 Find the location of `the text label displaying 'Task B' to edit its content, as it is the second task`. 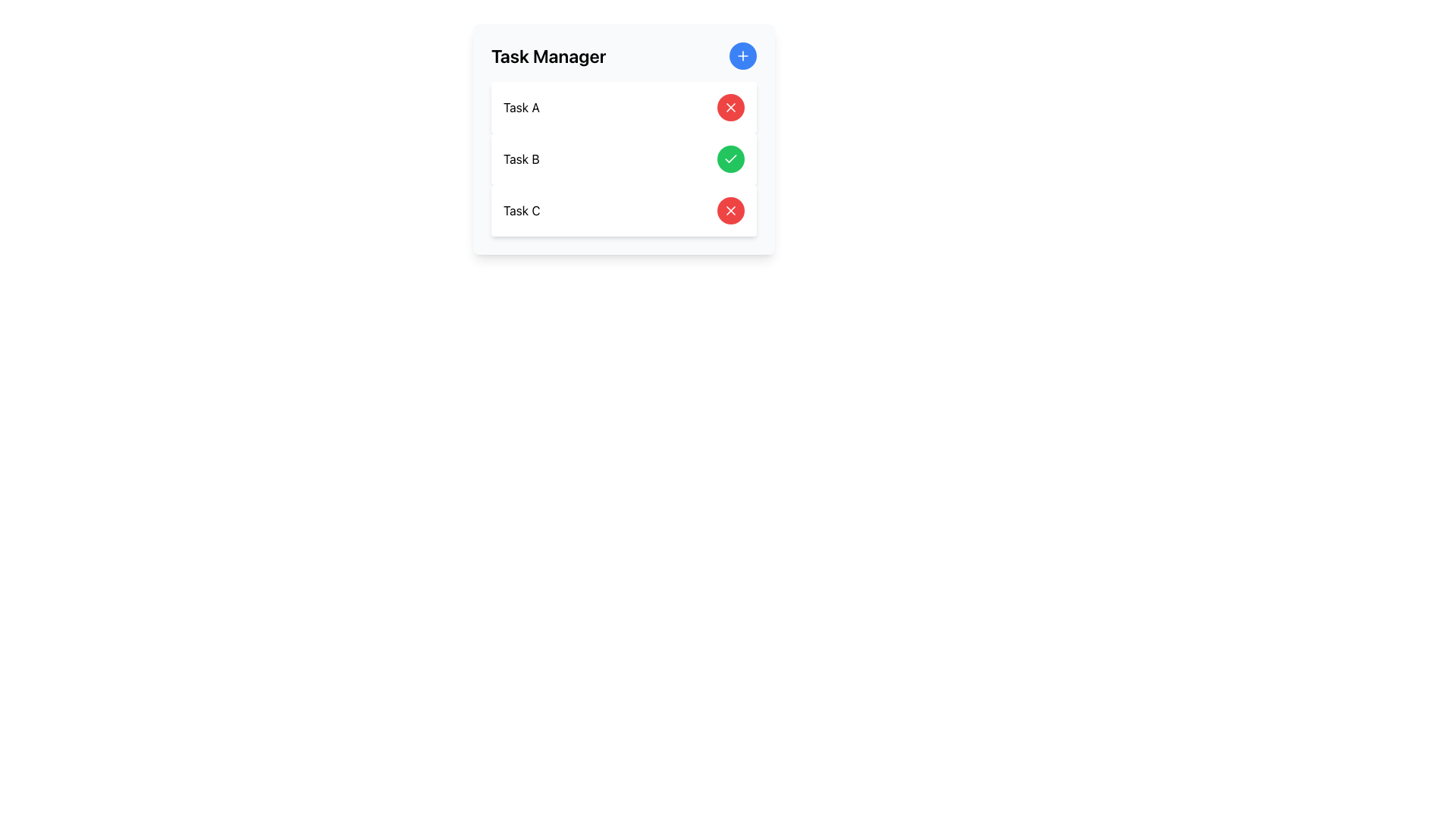

the text label displaying 'Task B' to edit its content, as it is the second task is located at coordinates (521, 158).